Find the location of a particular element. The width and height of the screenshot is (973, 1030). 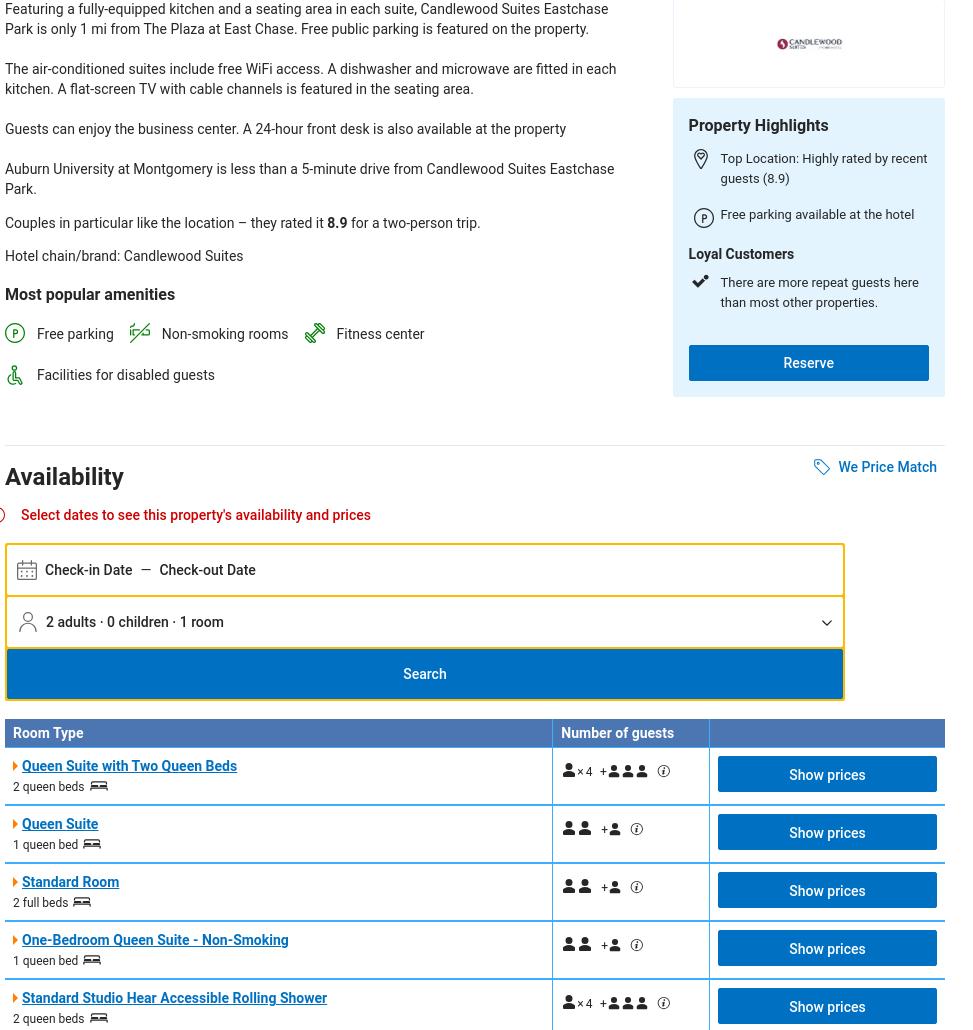

'Search' is located at coordinates (402, 673).